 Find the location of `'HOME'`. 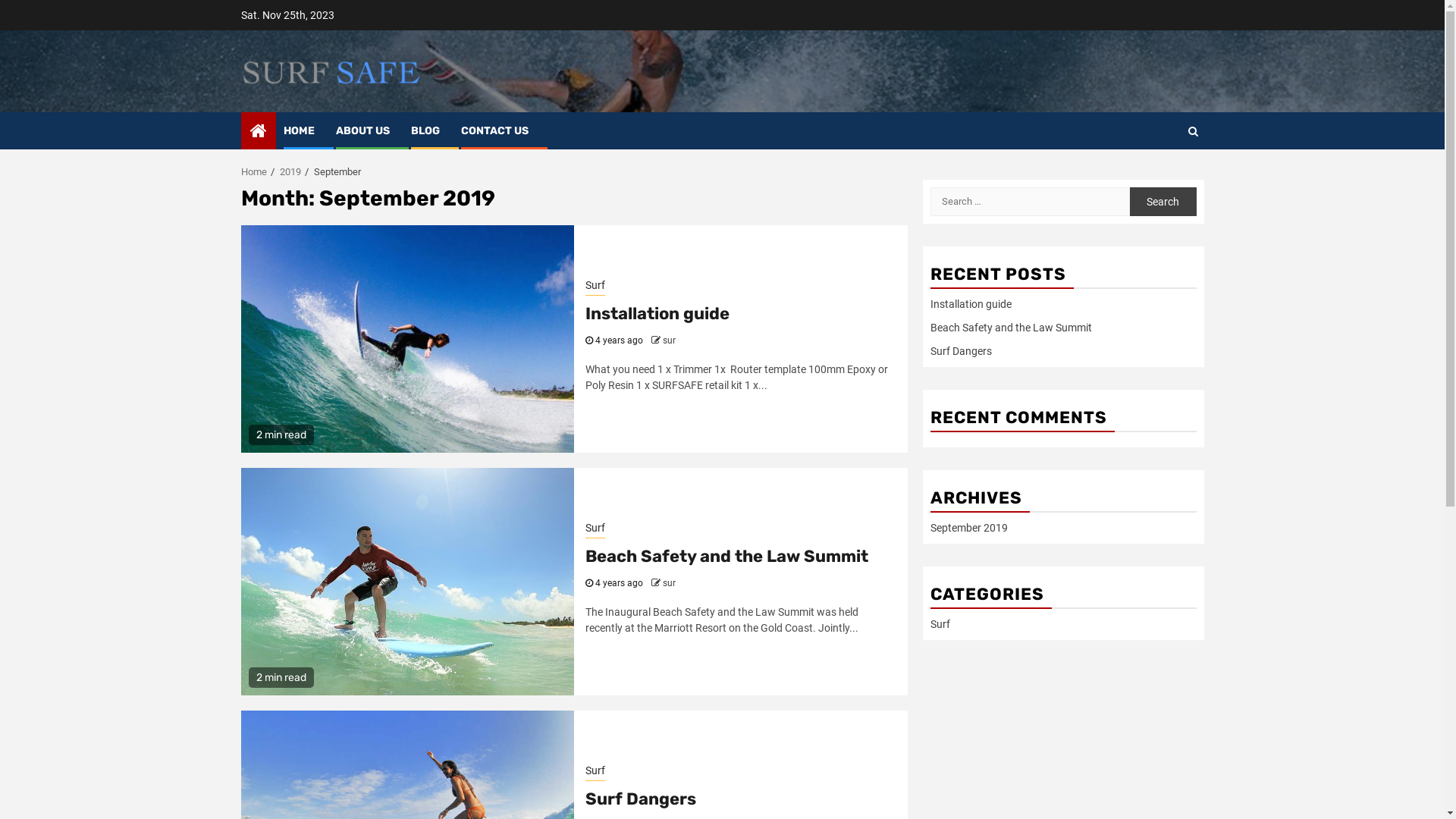

'HOME' is located at coordinates (284, 130).